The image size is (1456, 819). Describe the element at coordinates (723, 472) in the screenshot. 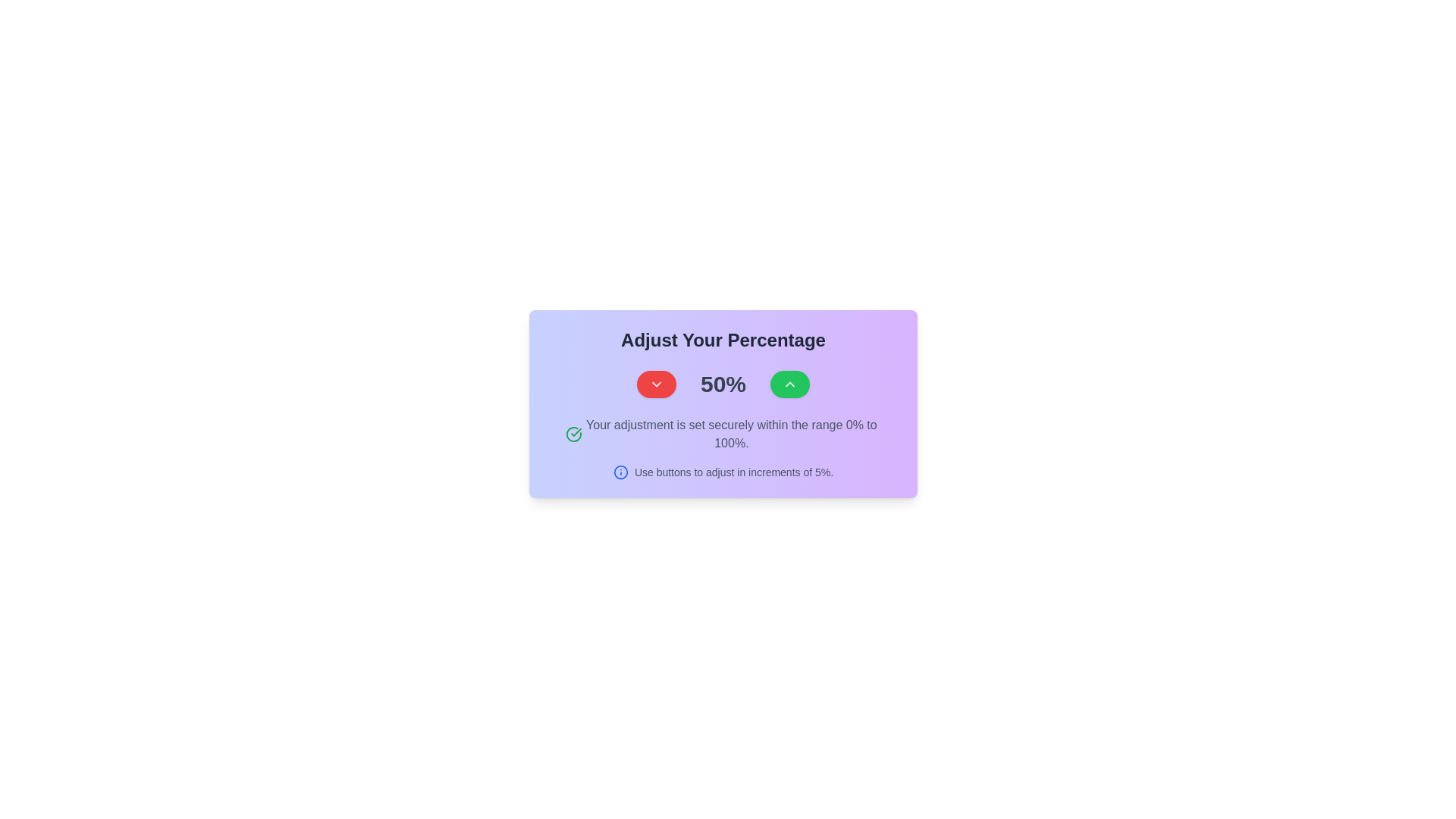

I see `the informational text element that displays 'Use buttons to adjust in increments of 5%.' and contains a blue circle with an informational icon, positioned at the bottom of the card interface` at that location.